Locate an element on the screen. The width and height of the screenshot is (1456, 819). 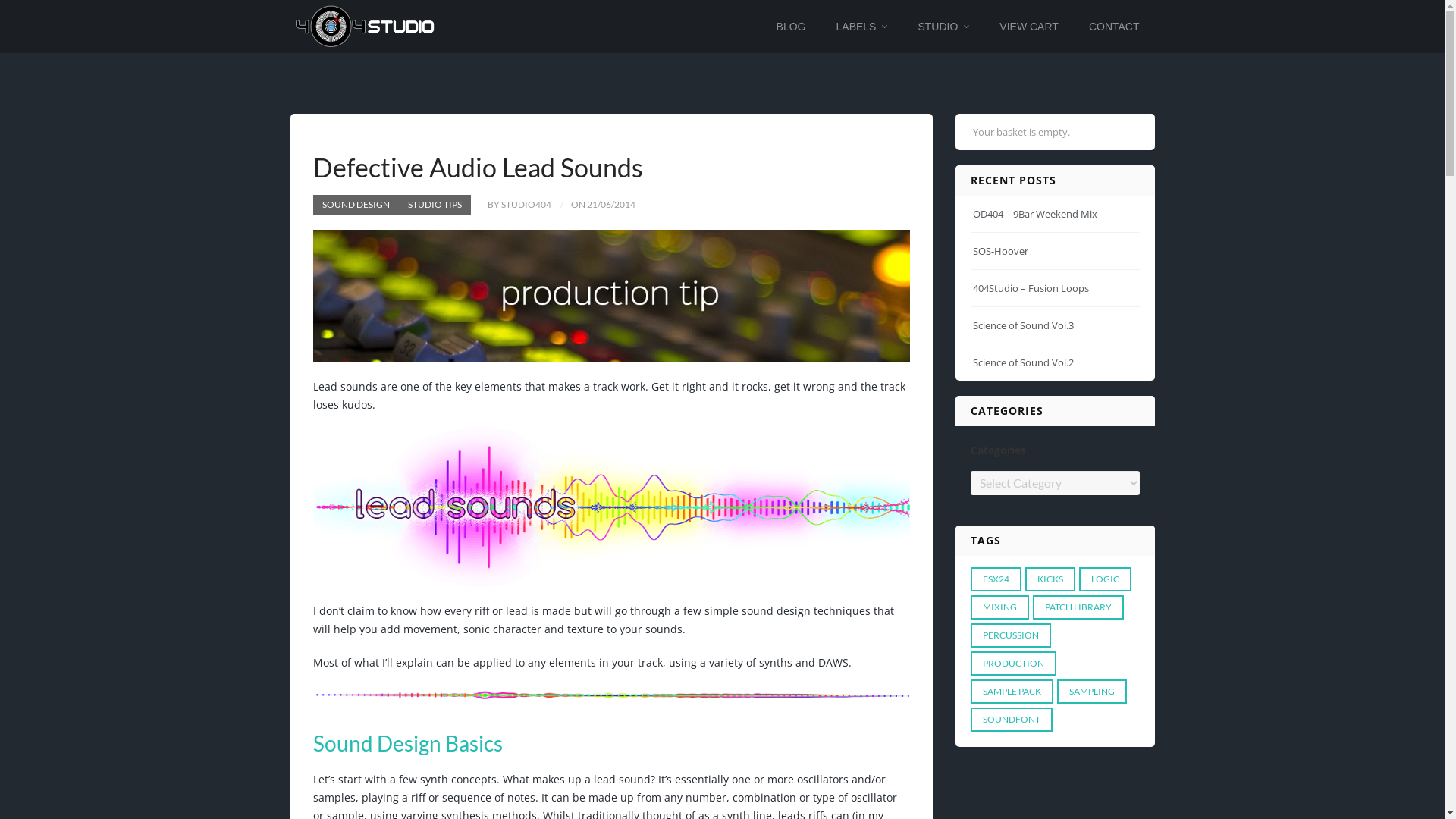
'SAMPLING' is located at coordinates (1092, 691).